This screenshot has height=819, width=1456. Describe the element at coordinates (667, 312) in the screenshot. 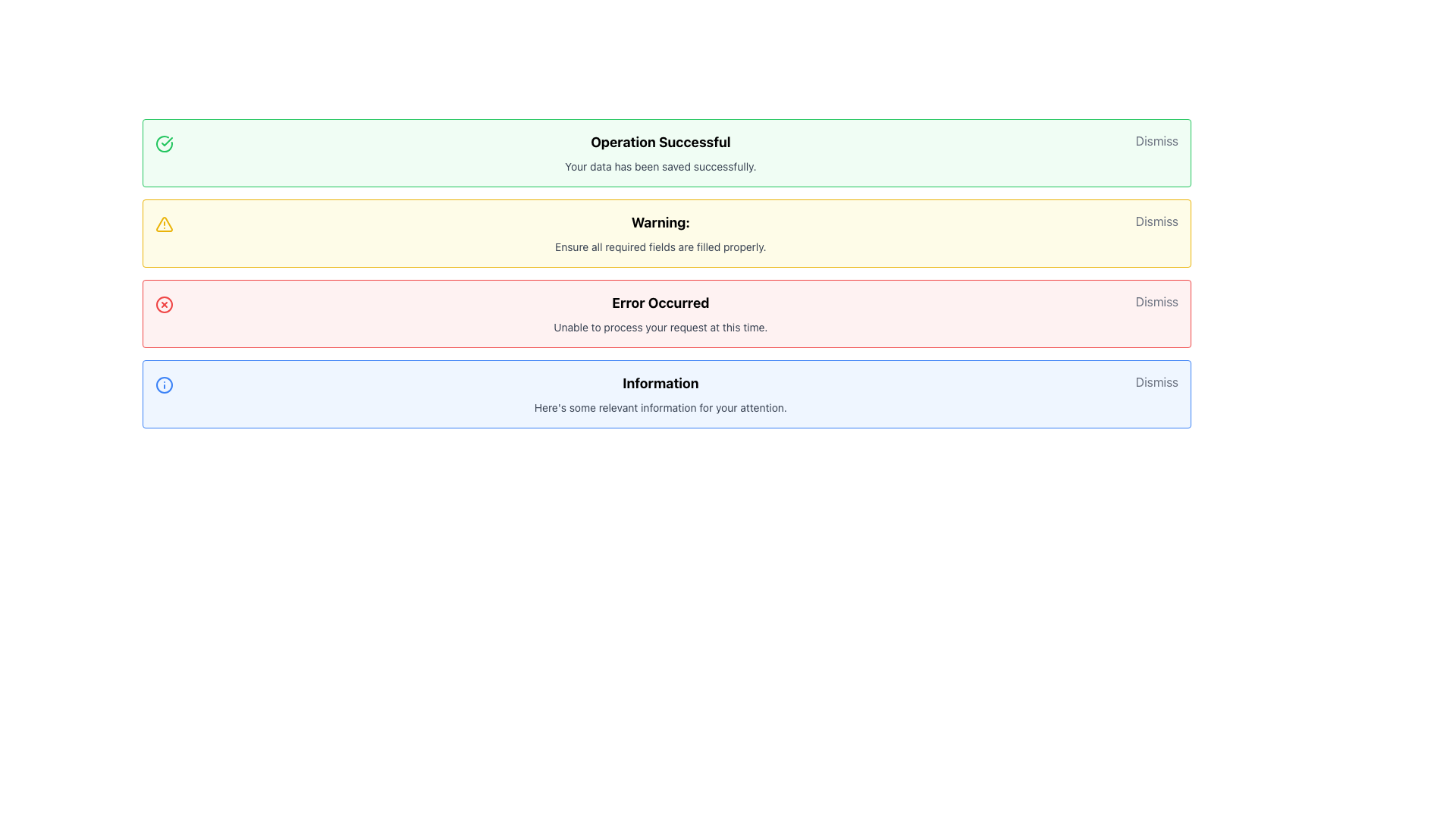

I see `the third notification panel down` at that location.